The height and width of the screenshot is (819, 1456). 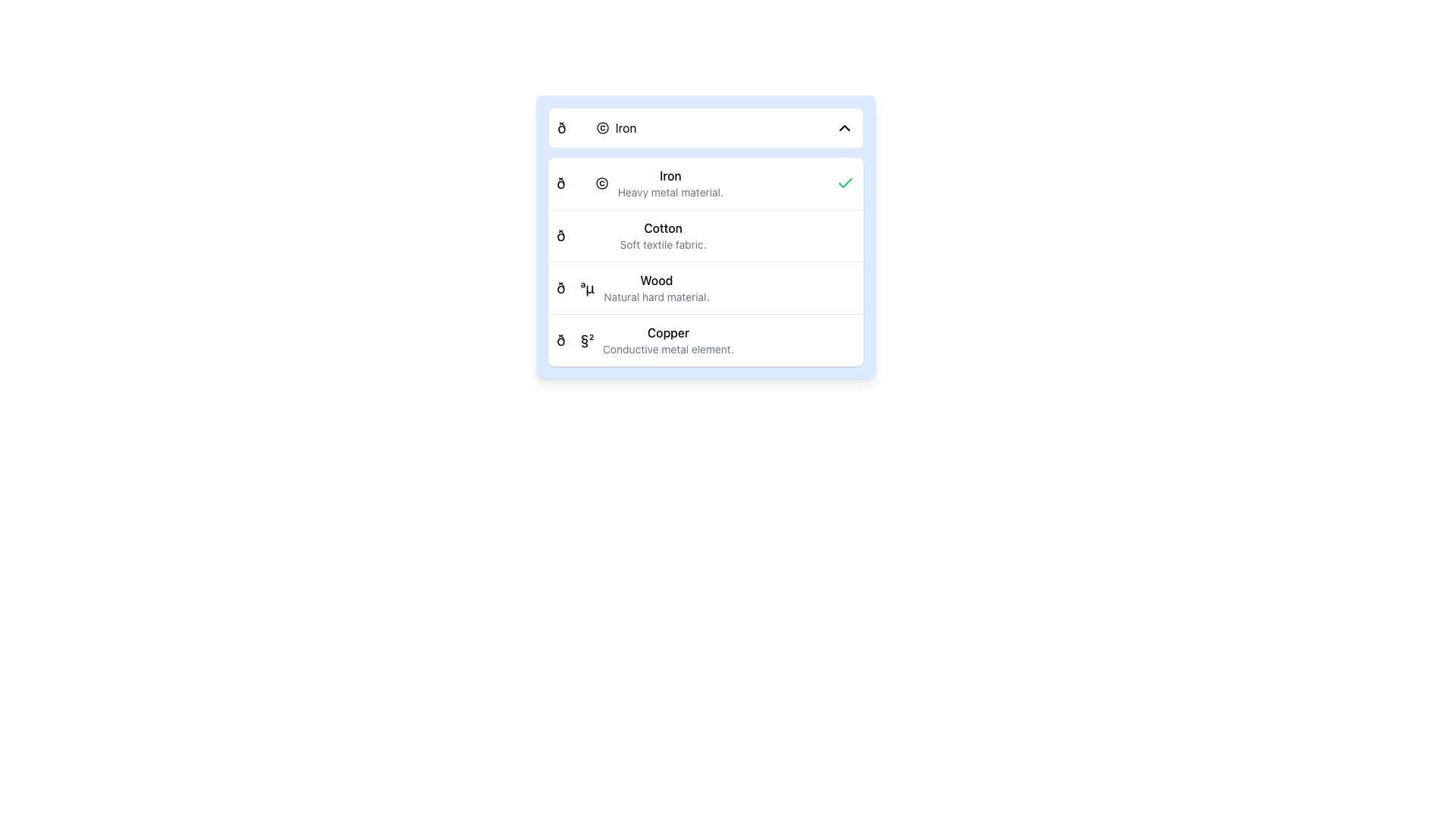 I want to click on the first list item in the dropdown menu labeled 'Iron', which features a circular icon and a bold typeface, so click(x=596, y=127).